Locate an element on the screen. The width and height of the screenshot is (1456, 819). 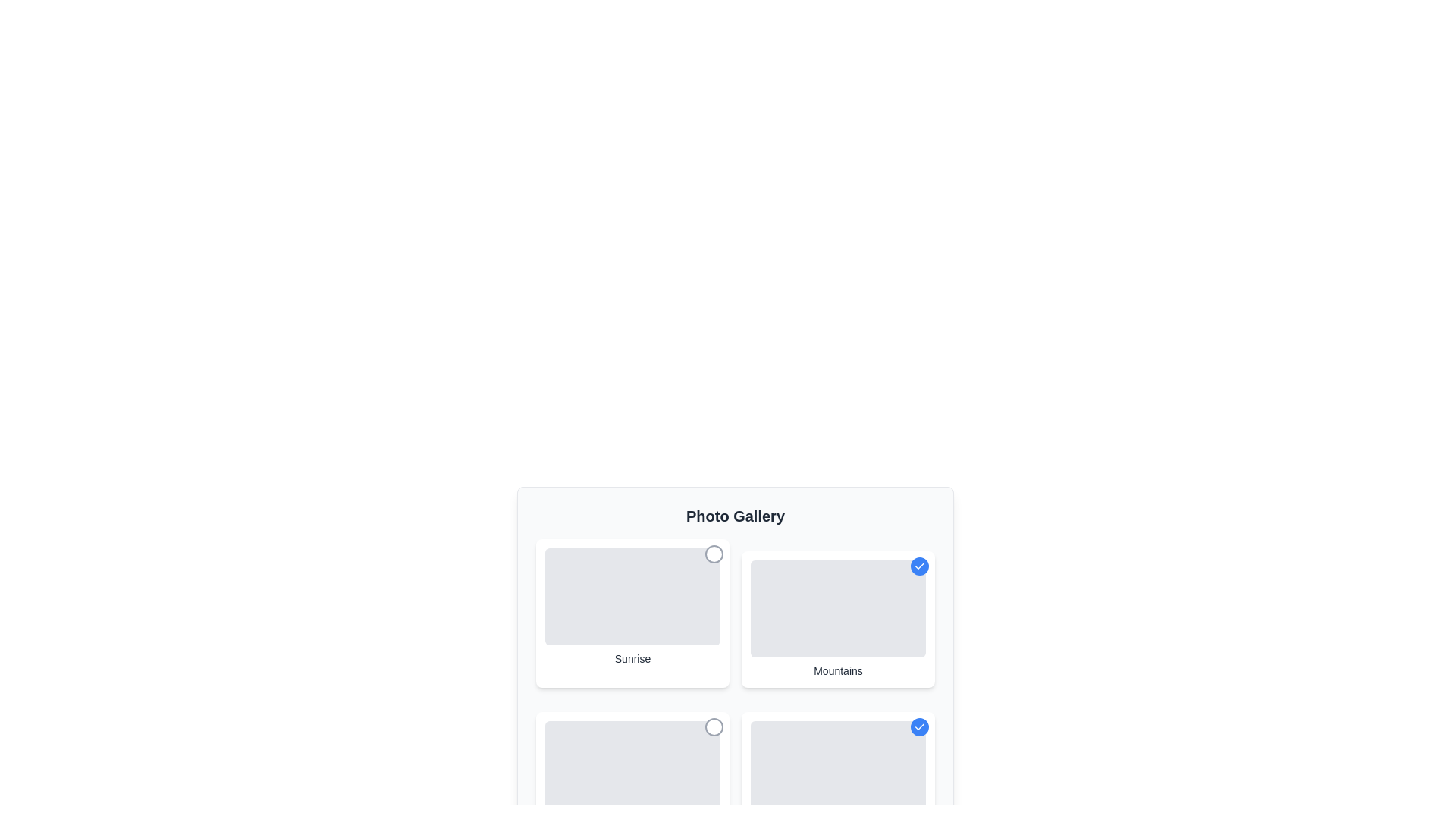
the photo labeled Mountains is located at coordinates (919, 566).